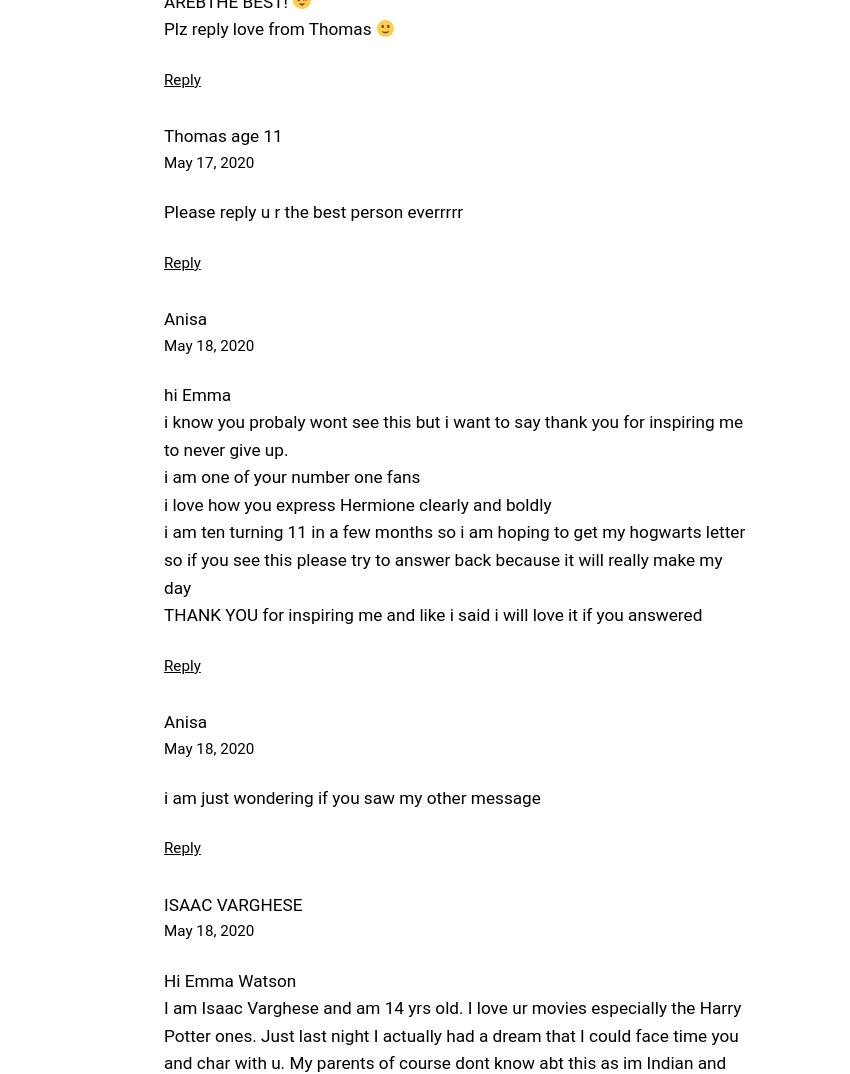  I want to click on 'hi Emma', so click(196, 394).